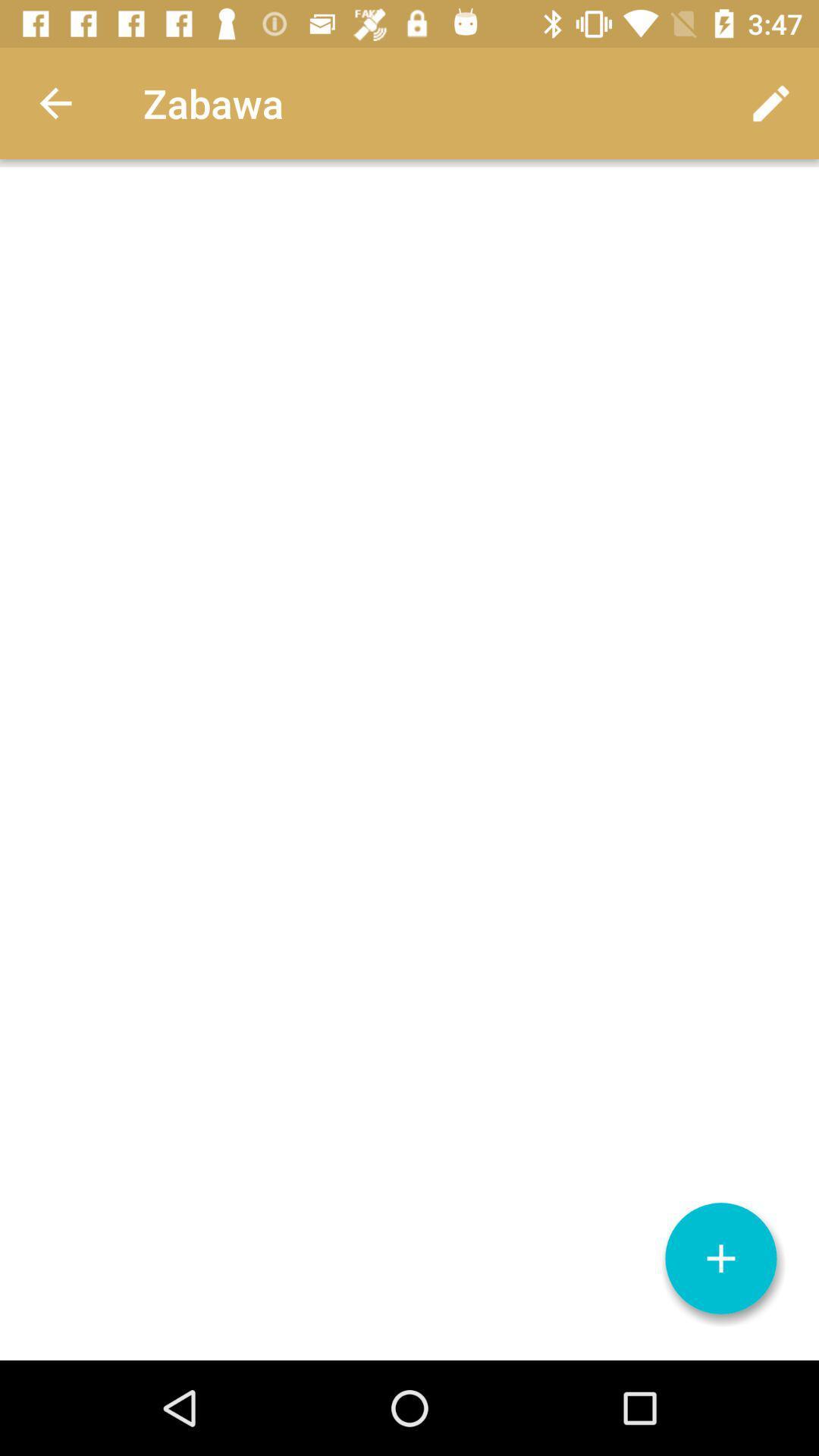 Image resolution: width=819 pixels, height=1456 pixels. Describe the element at coordinates (771, 102) in the screenshot. I see `the icon to the right of the zabawa item` at that location.